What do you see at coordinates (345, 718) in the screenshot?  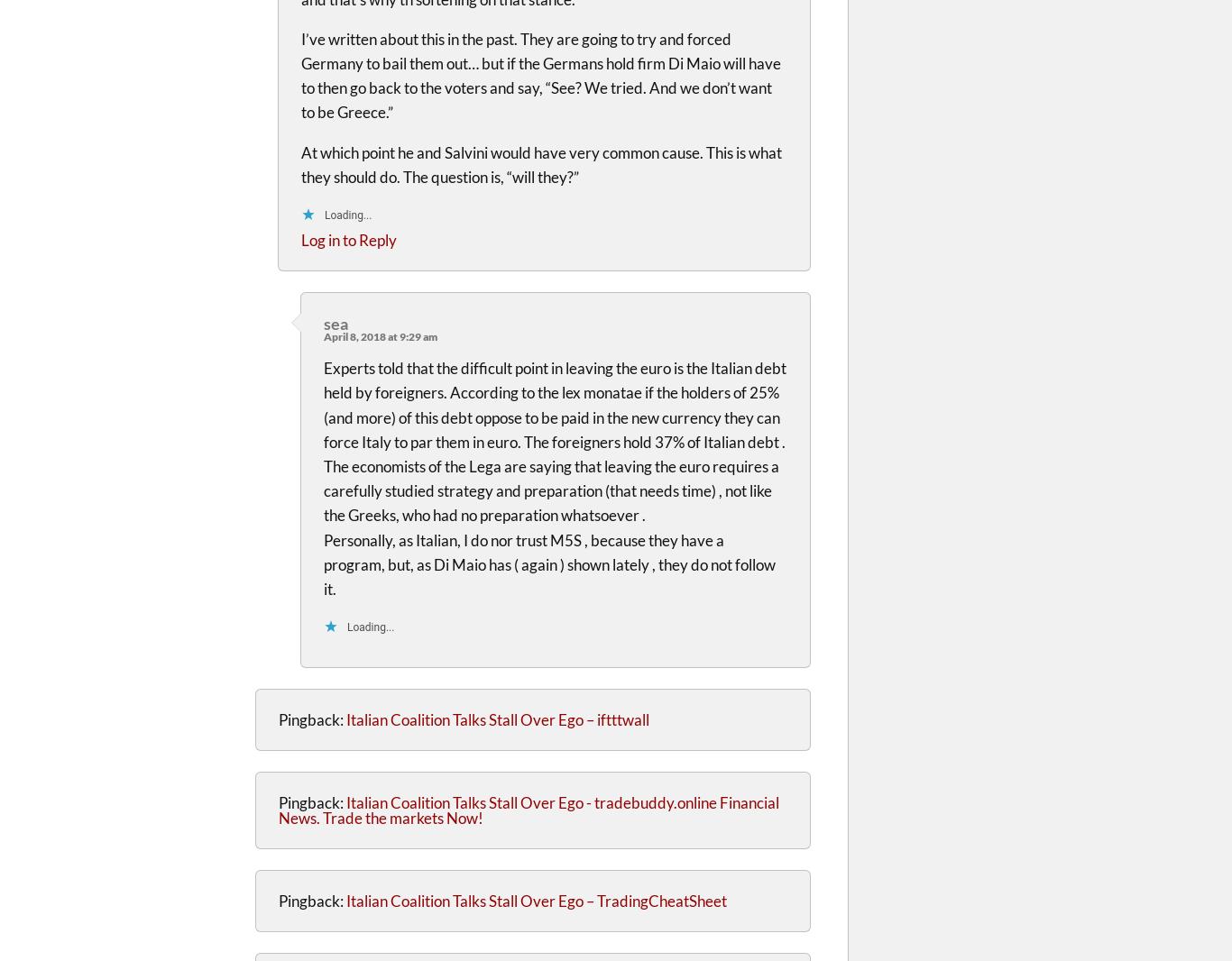 I see `'Italian Coalition Talks Stall Over Ego – iftttwall'` at bounding box center [345, 718].